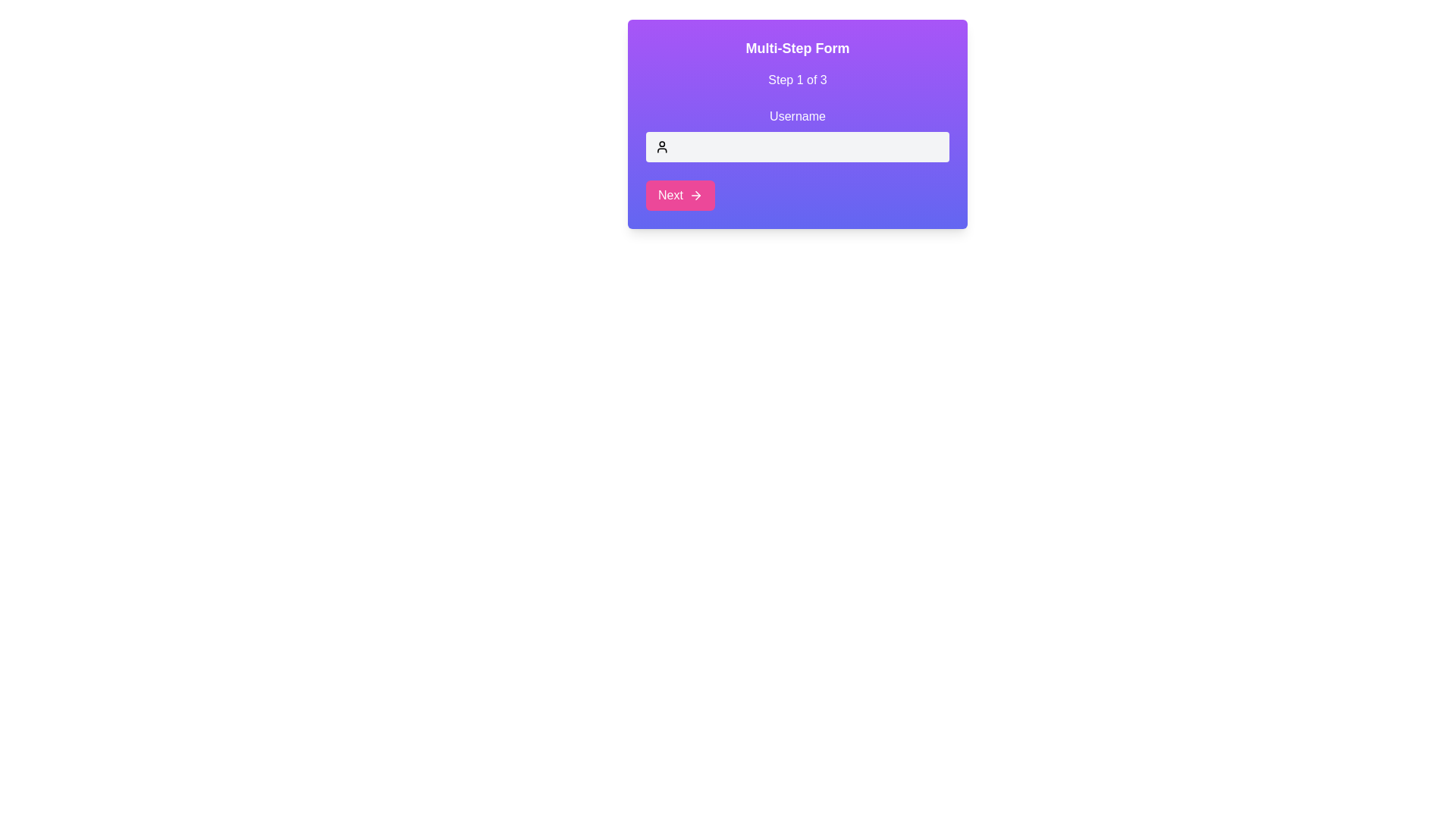 The height and width of the screenshot is (819, 1456). I want to click on the right-pointing arrow icon within the 'Next' button located on the bottom-left of the interactive card, so click(697, 195).